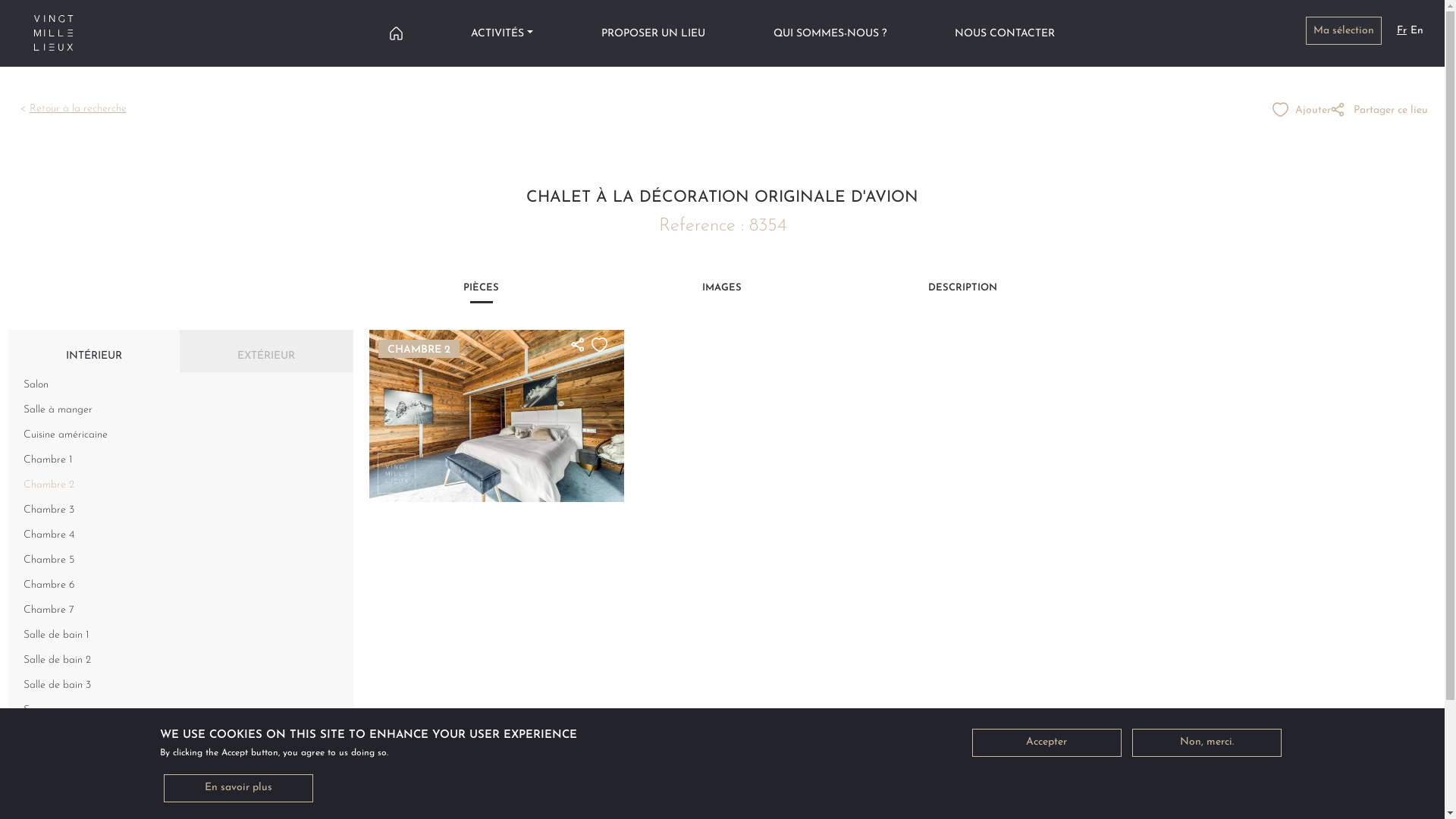  What do you see at coordinates (962, 292) in the screenshot?
I see `'DESCRIPTION'` at bounding box center [962, 292].